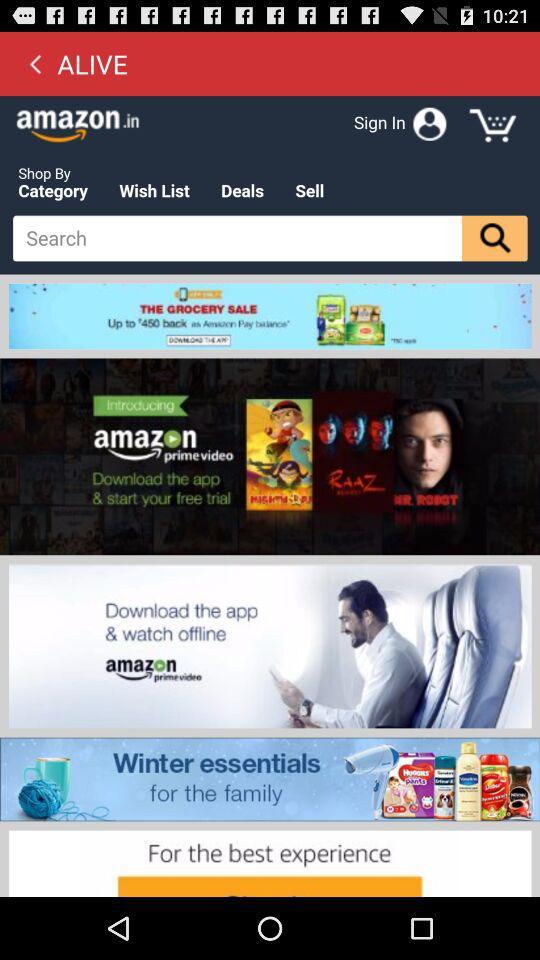 This screenshot has width=540, height=960. Describe the element at coordinates (35, 63) in the screenshot. I see `click on arrow to go back to previous page` at that location.